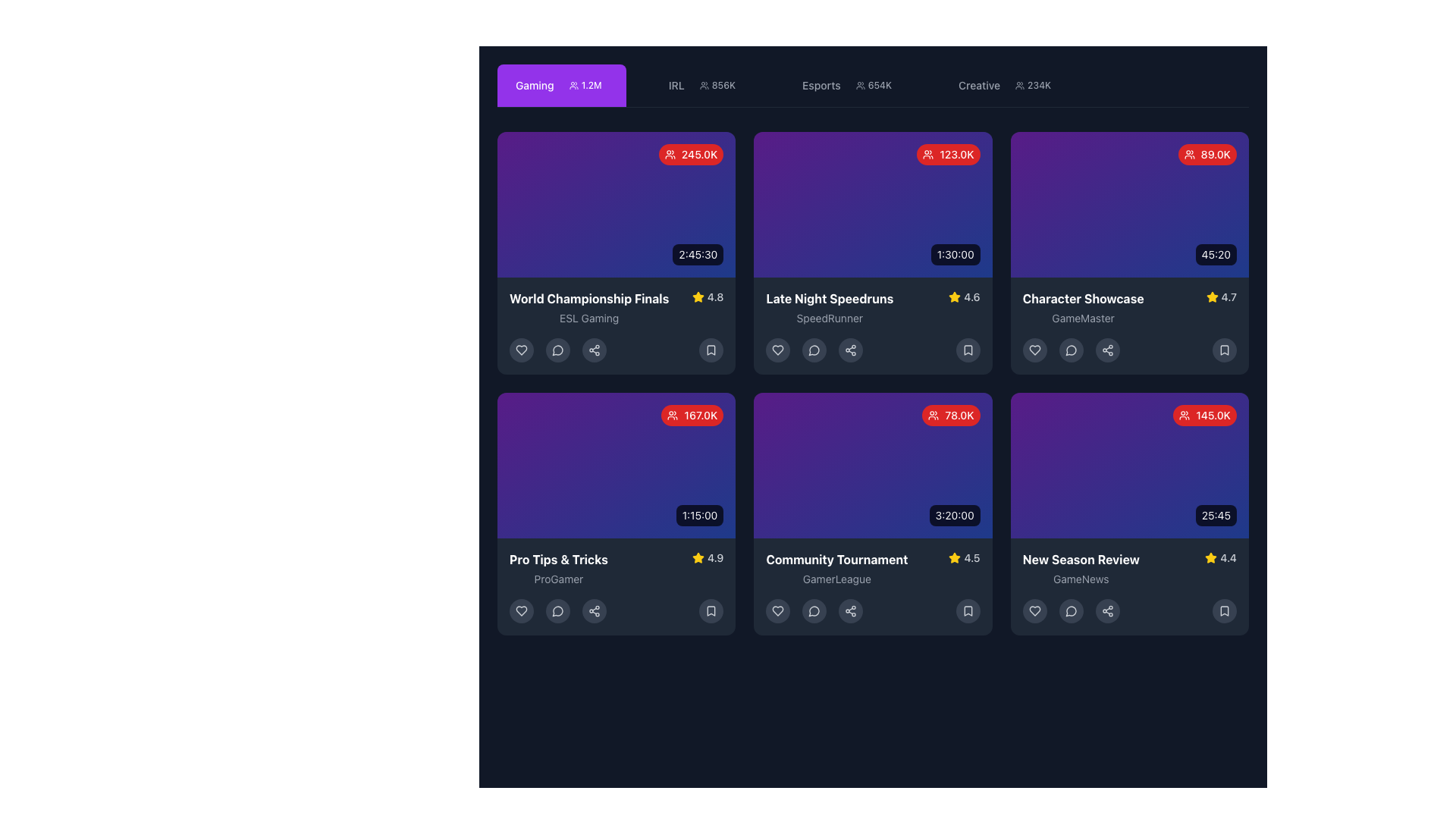 Image resolution: width=1456 pixels, height=819 pixels. I want to click on the heart icon button located at the bottom-right of the card-style content area to favorite the associated content, so click(1034, 610).